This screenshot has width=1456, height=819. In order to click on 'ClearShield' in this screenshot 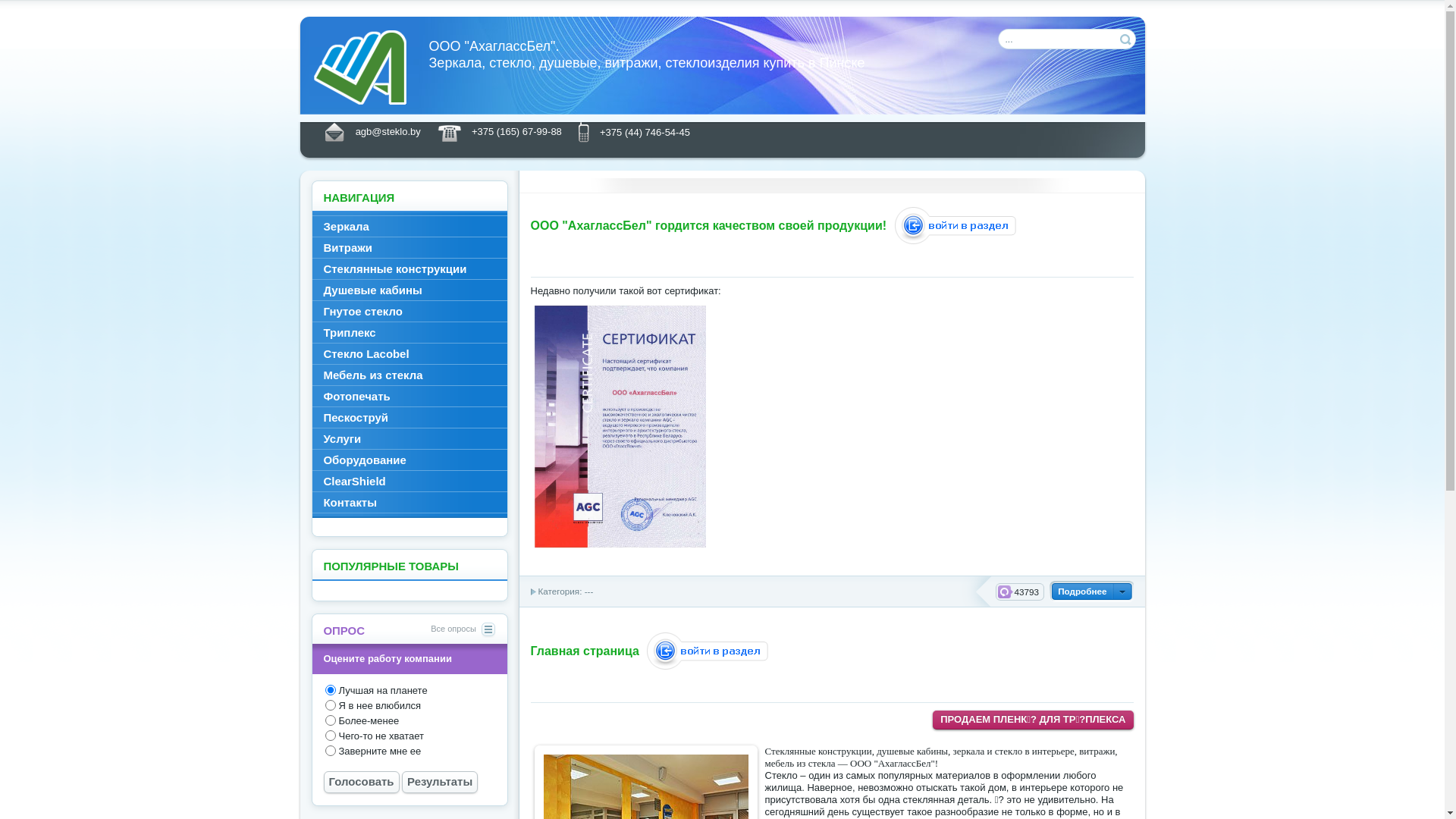, I will do `click(409, 481)`.